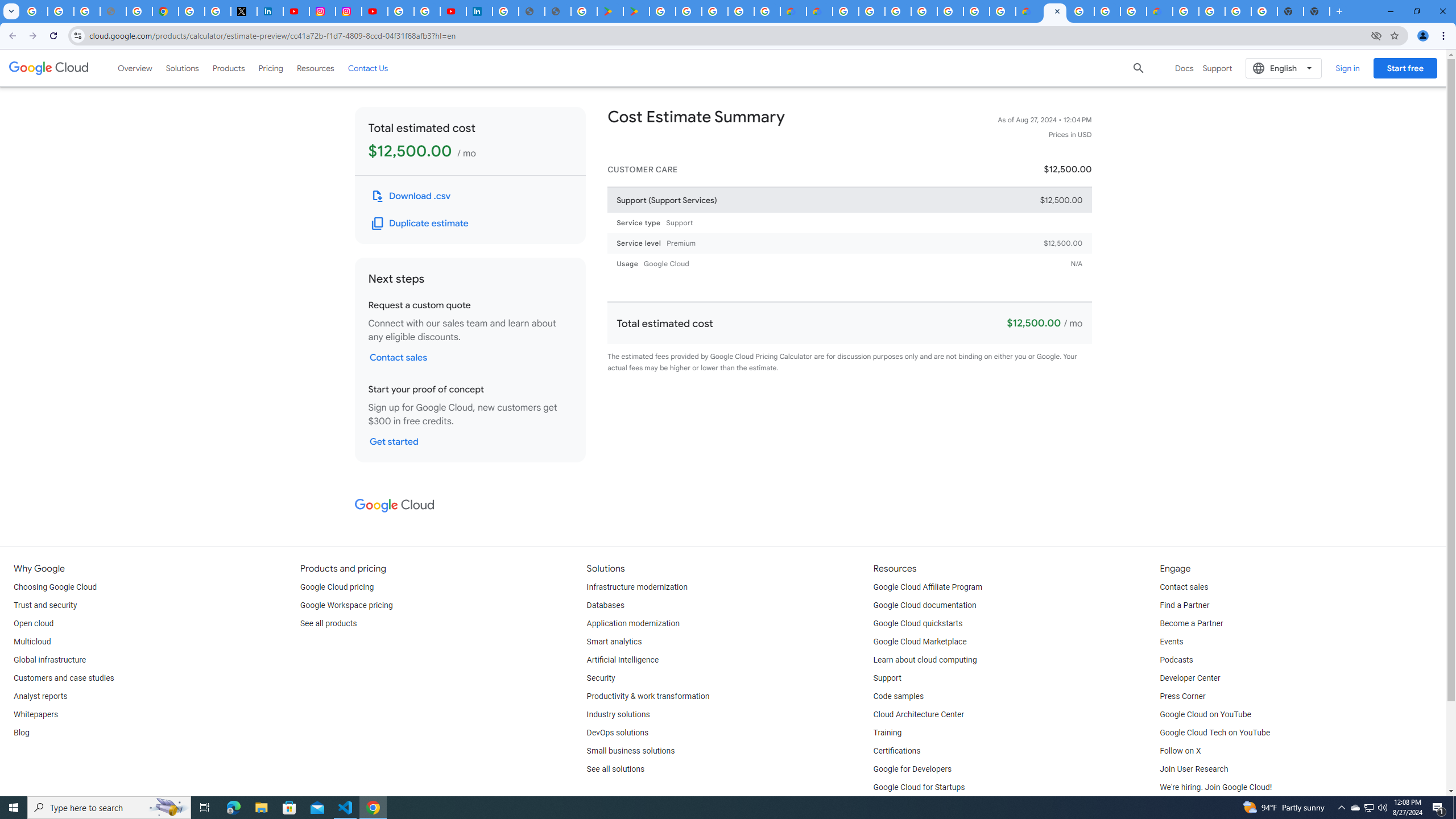 Image resolution: width=1456 pixels, height=819 pixels. I want to click on 'PAW Patrol Rescue World - Apps on Google Play', so click(637, 11).